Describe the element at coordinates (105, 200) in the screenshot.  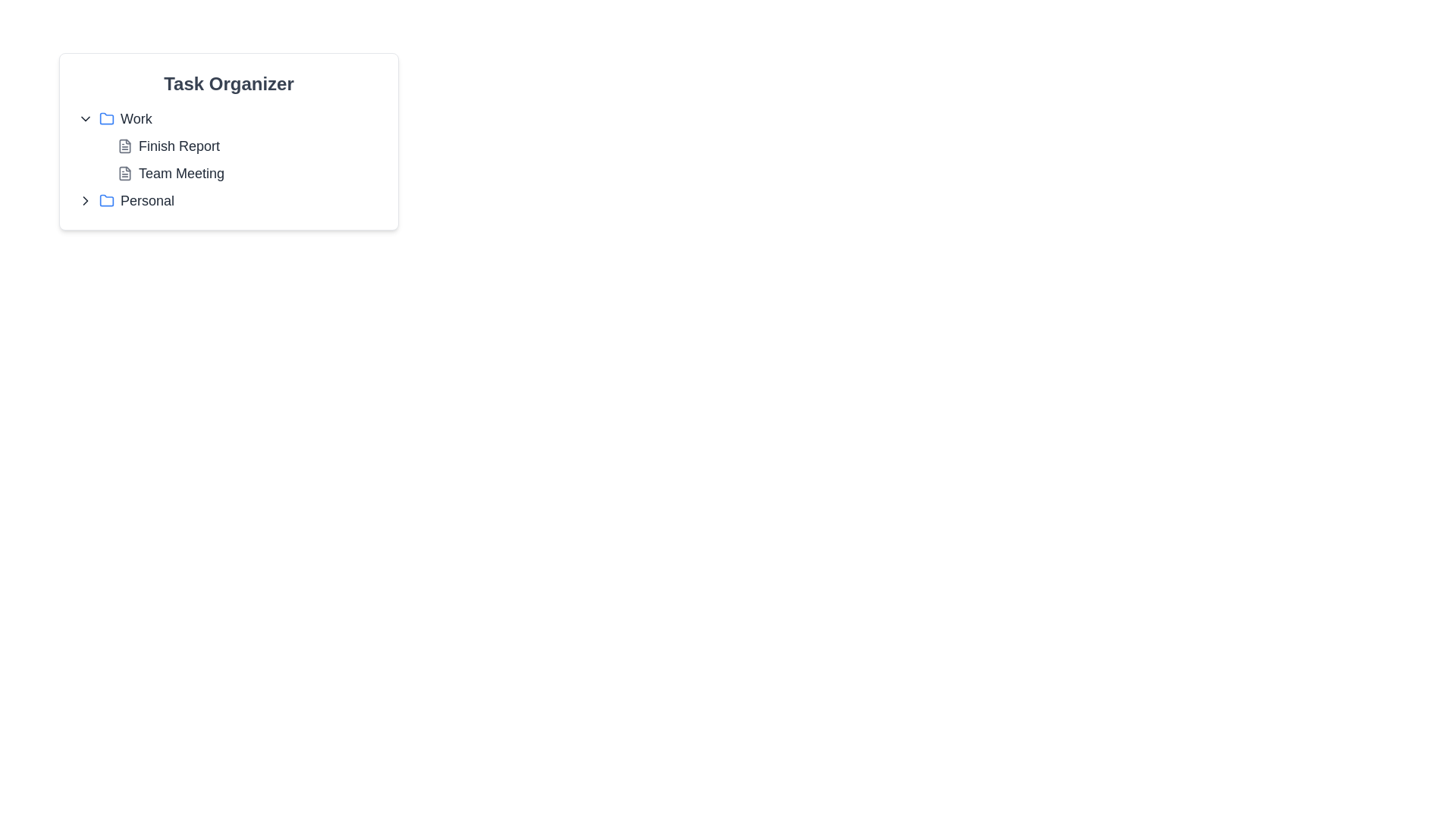
I see `the 'Personal' folder icon in the task organizer, which is located to the left of the 'Personal' text` at that location.